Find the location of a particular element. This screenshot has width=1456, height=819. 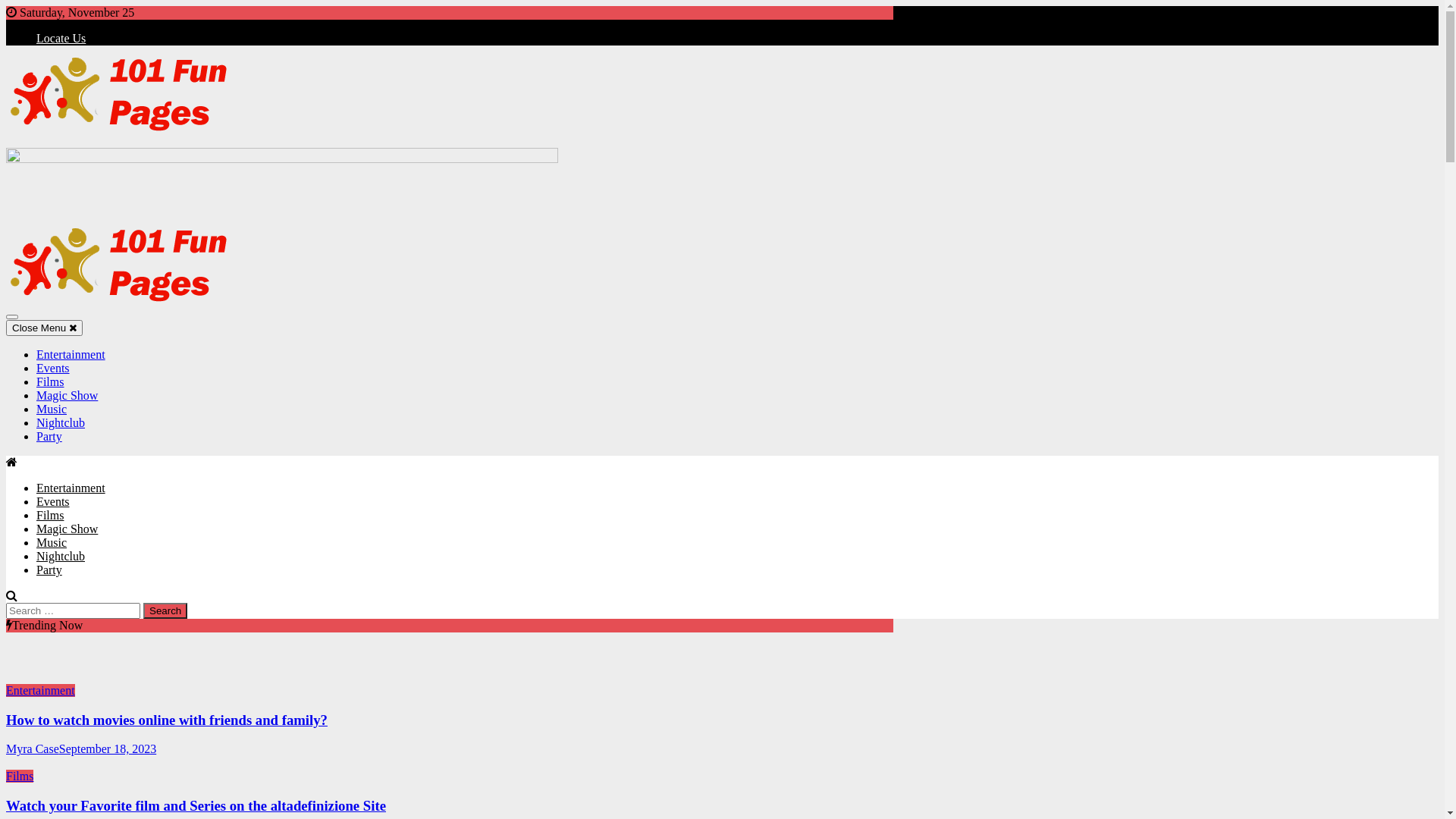

'Films' is located at coordinates (50, 514).